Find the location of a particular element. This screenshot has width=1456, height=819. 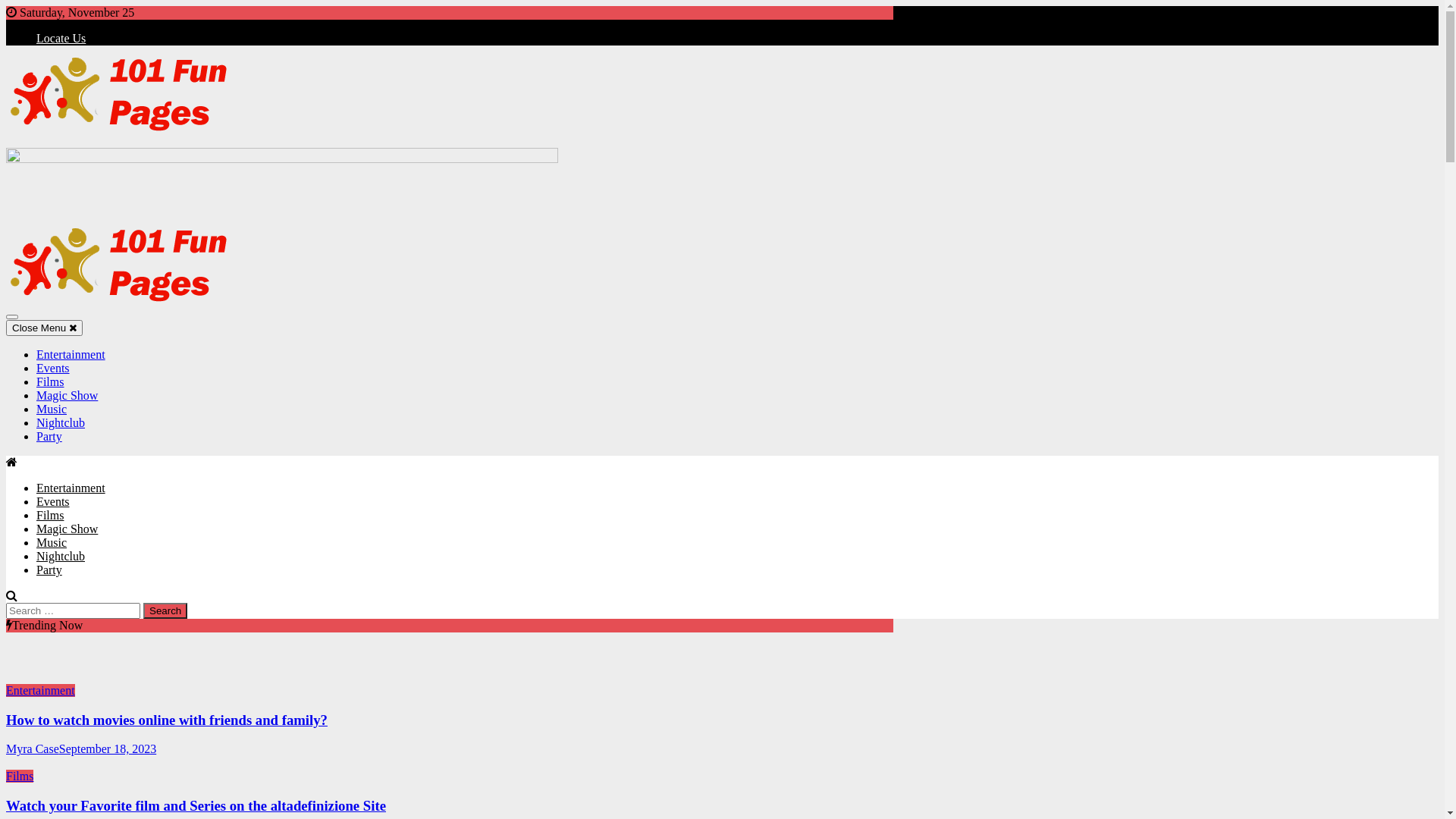

'Films' is located at coordinates (50, 514).